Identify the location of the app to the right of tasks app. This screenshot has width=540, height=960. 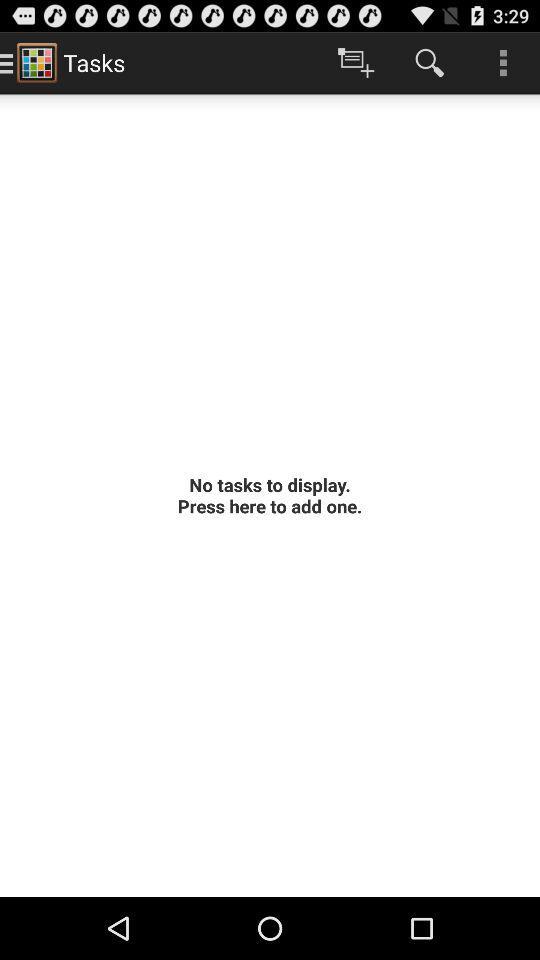
(355, 62).